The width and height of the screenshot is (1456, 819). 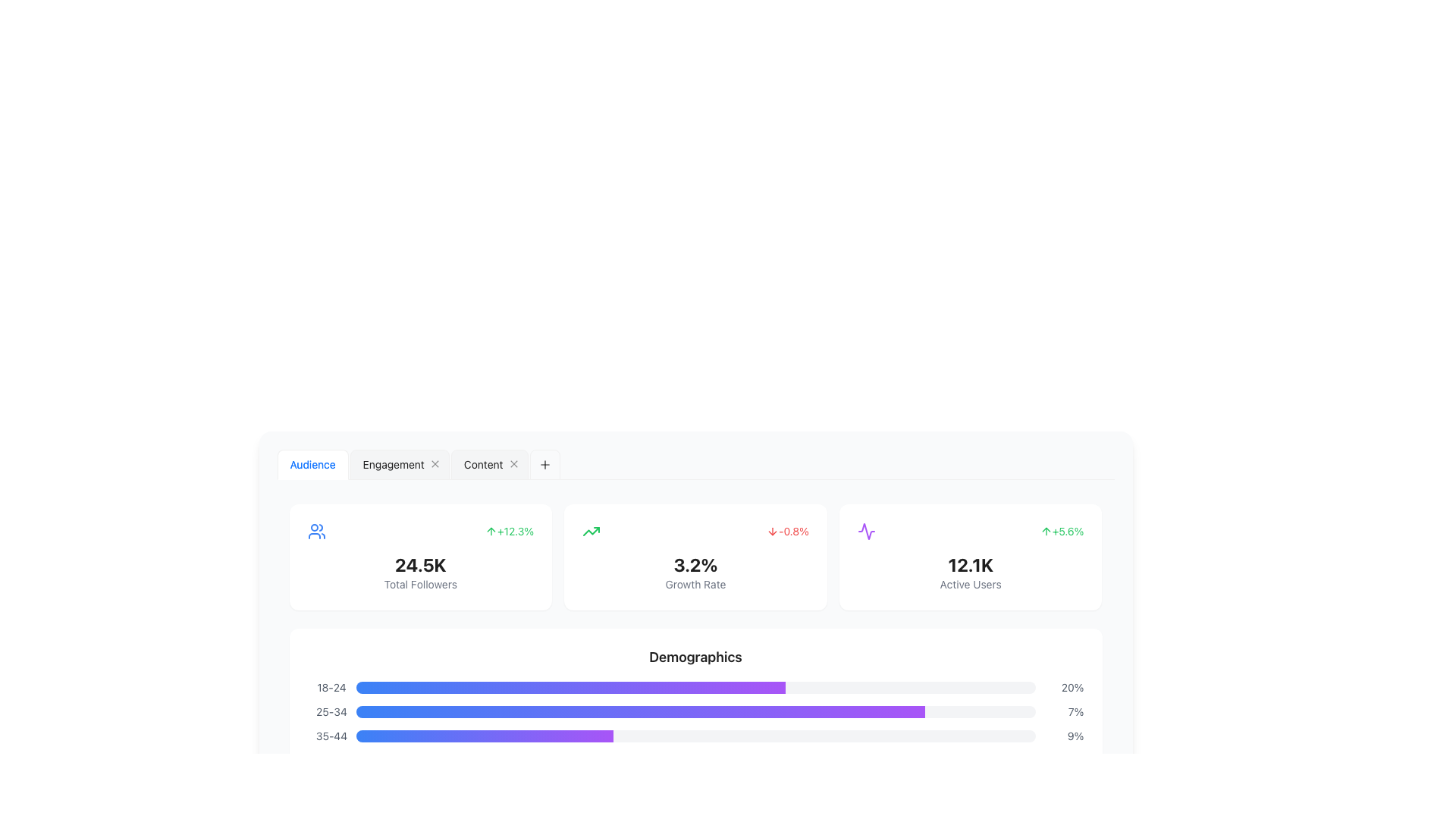 I want to click on the upward trend arrow icon located at the top-right corner of the first card in the second row of cards on the dashboard, so click(x=591, y=531).